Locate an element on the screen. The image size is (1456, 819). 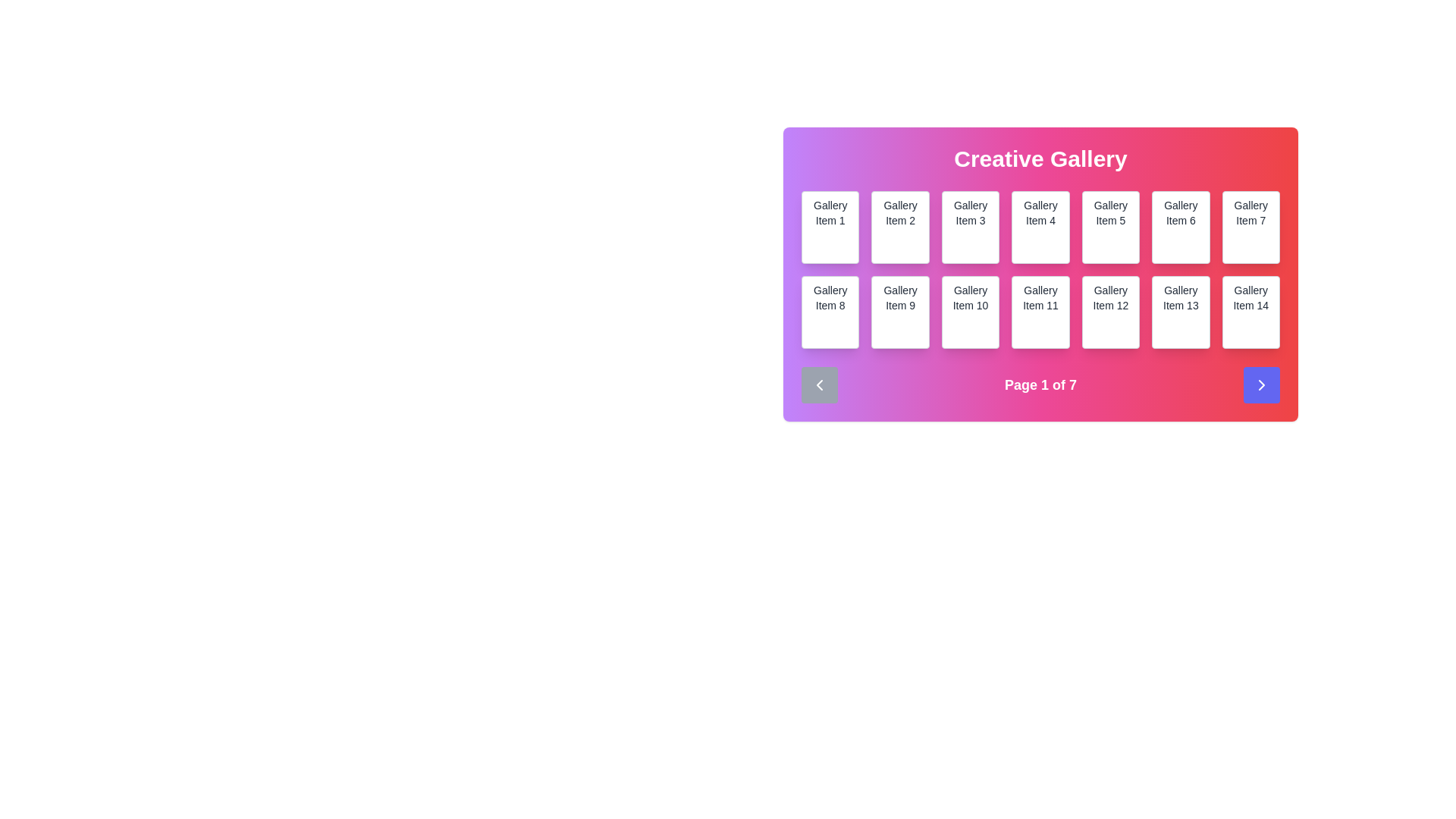
the Display card labeled 'Gallery Item 11', which is the fourth card in the second row of the 'Creative Gallery' grid is located at coordinates (1040, 275).